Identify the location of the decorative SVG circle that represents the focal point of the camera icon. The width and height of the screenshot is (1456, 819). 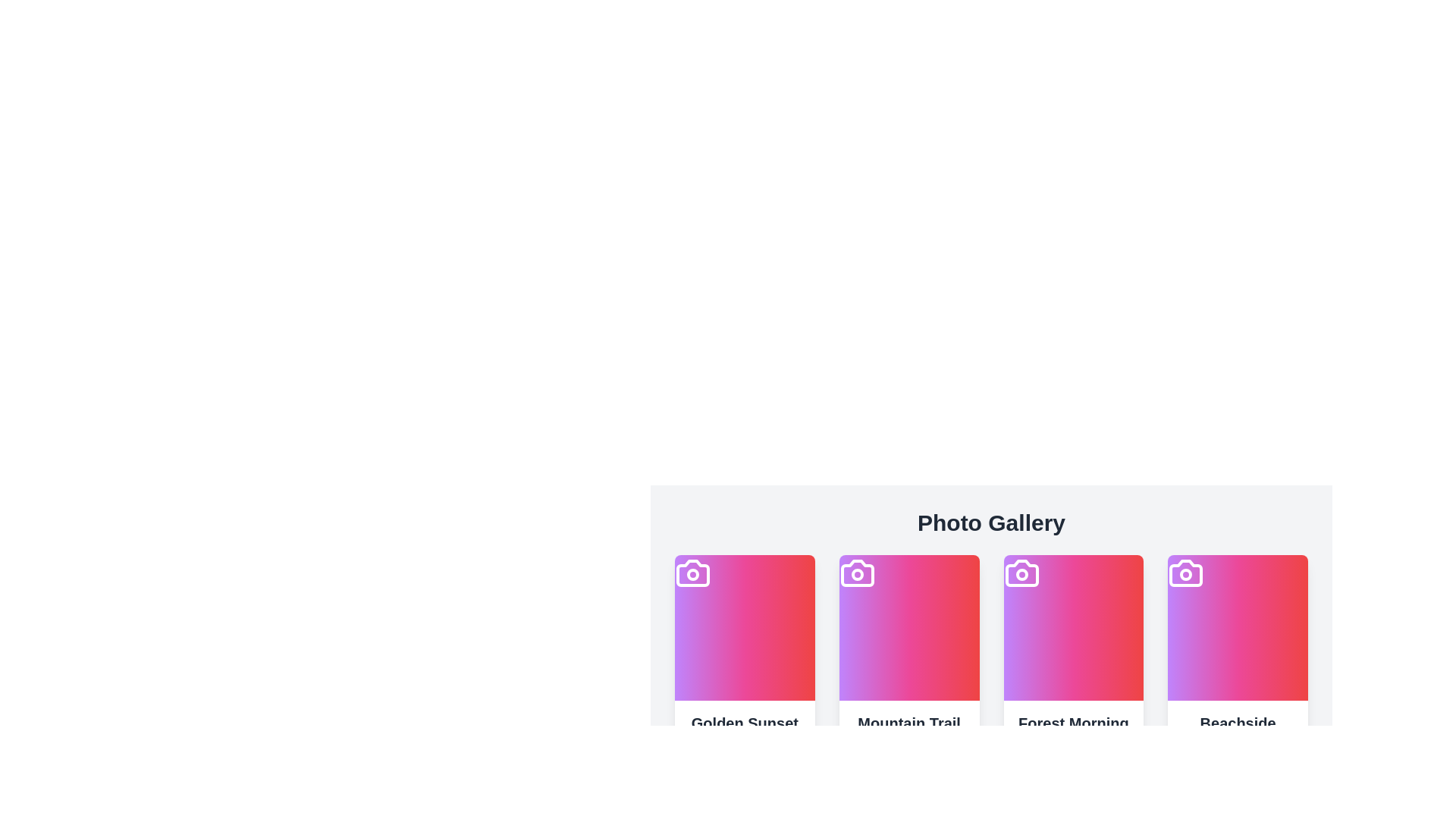
(692, 575).